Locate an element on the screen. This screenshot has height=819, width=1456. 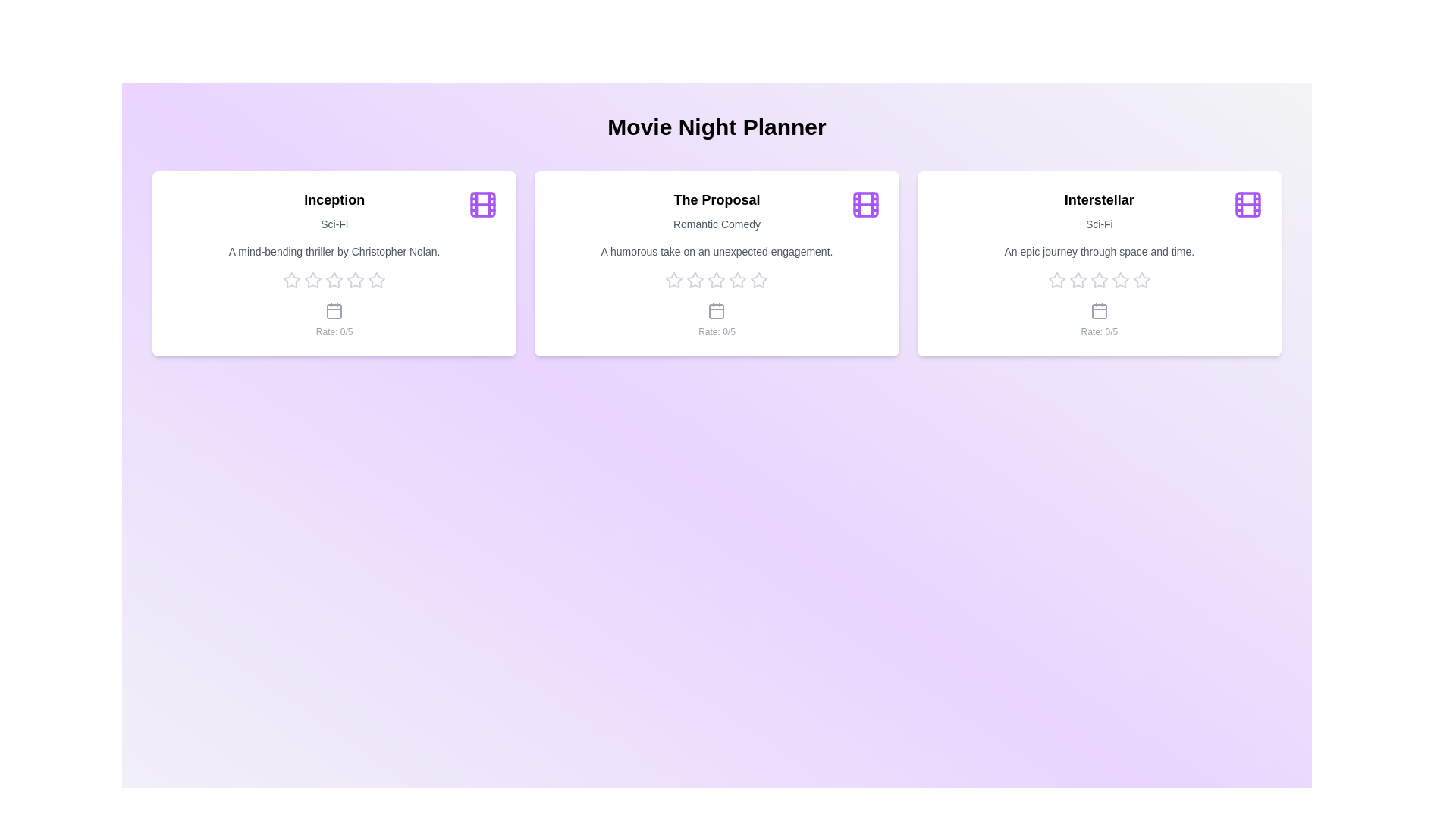
the calendar icon for the movie card Inception is located at coordinates (334, 309).